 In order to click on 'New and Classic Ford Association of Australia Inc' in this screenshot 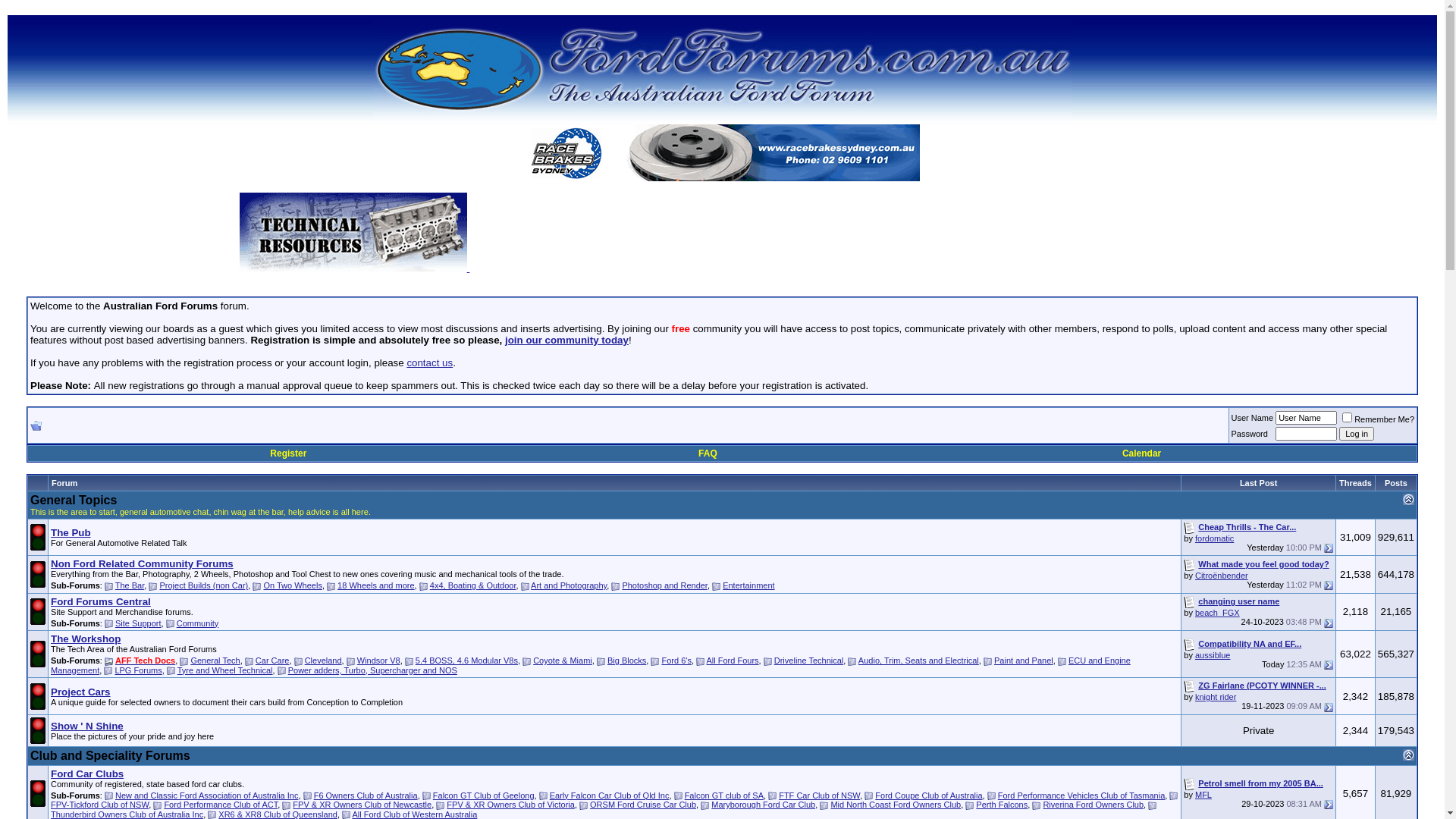, I will do `click(206, 795)`.